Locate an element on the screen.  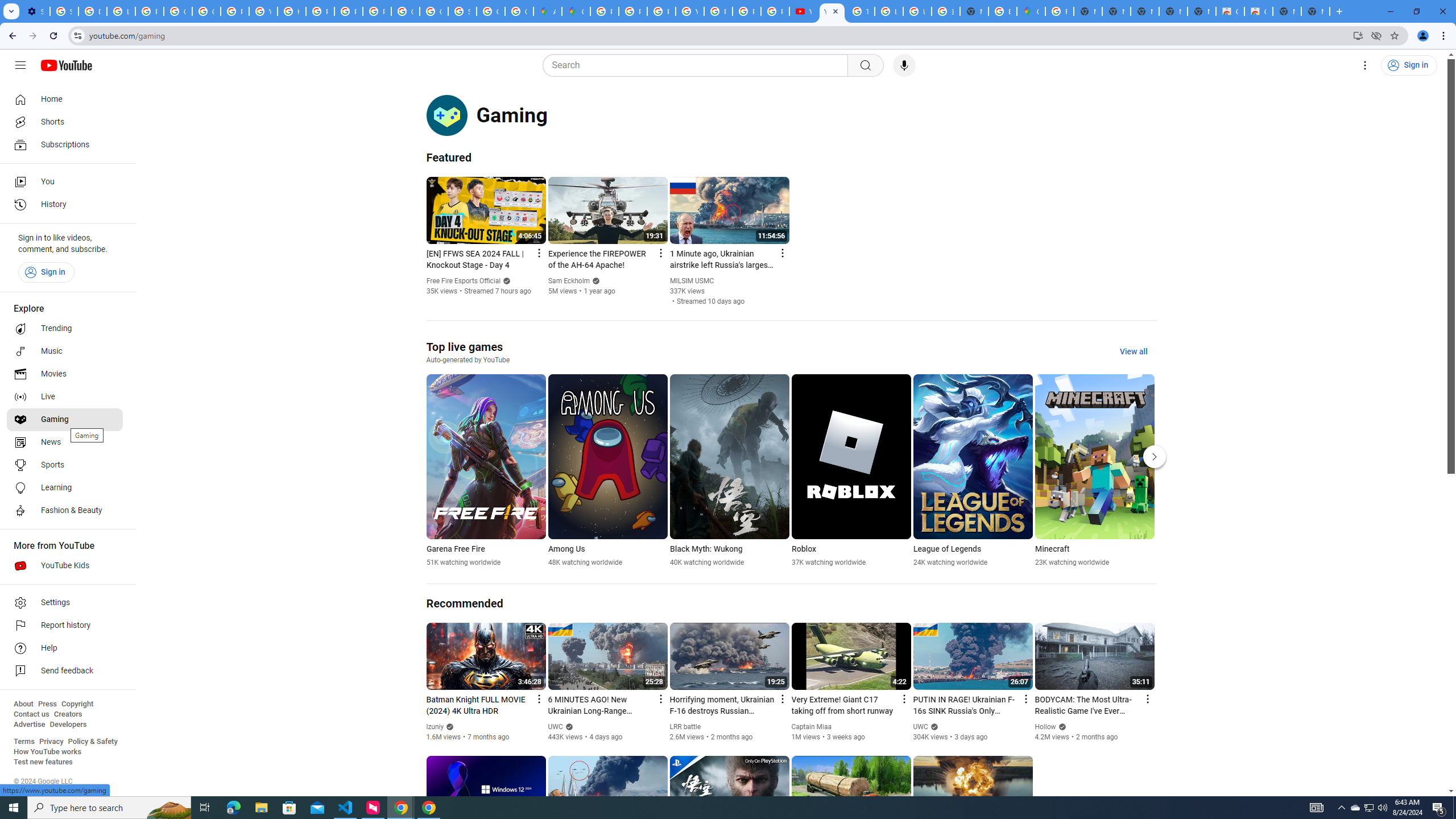
'Delete photos & videos - Computer - Google Photos Help' is located at coordinates (92, 11).